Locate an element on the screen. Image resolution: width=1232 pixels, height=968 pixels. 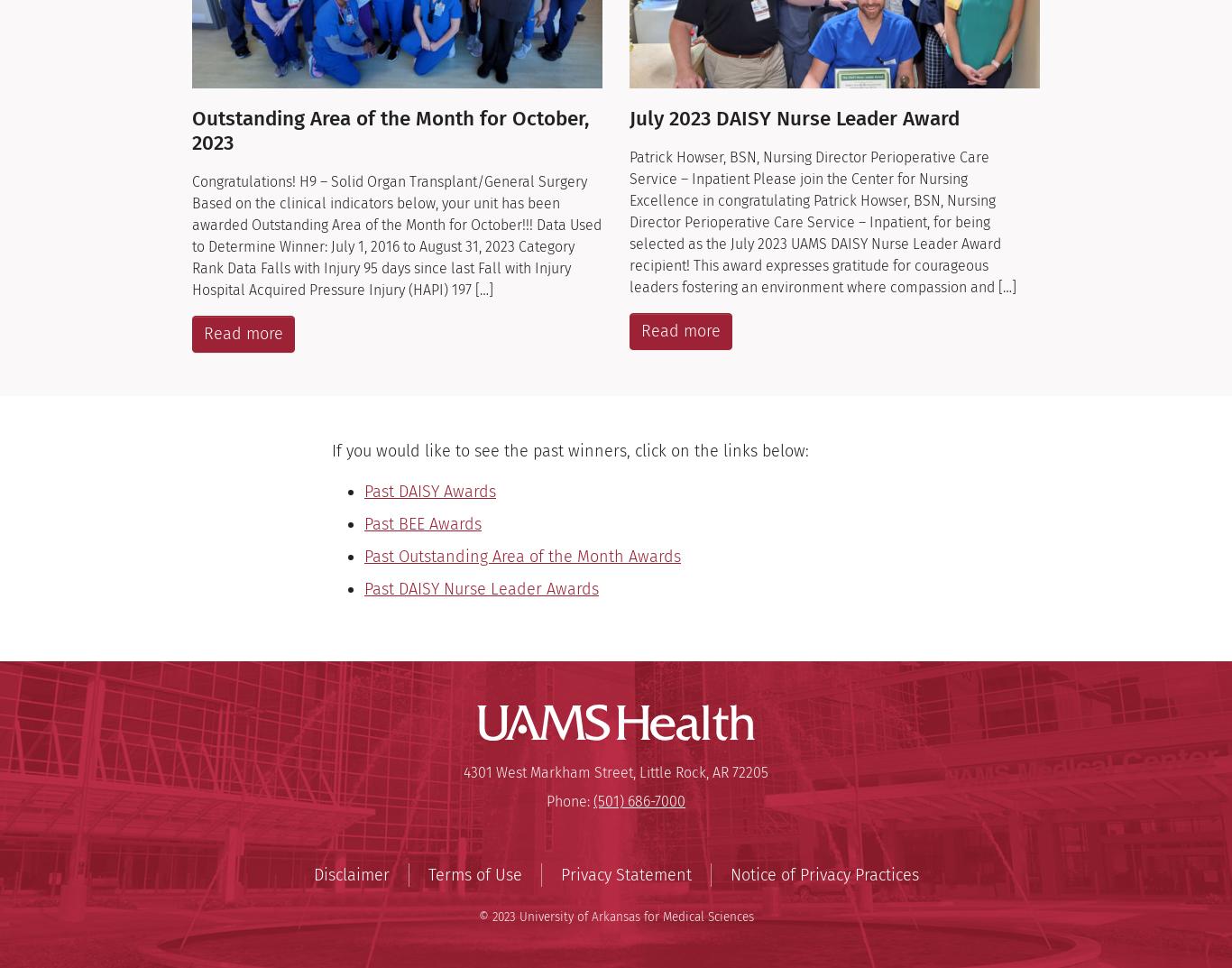
'Patrick Howser, BSN, Nursing Director Perioperative Care Service – Inpatient Please join the Center for Nursing Excellence in congratulating Patrick Howser, BSN, Nursing Director Perioperative Care Service – Inpatient, for being selected as the July 2023 UAMS DAISY Nurse Leader Award recipient! This award expresses gratitude for courageous leaders fostering an environment where compassion and […]' is located at coordinates (823, 221).